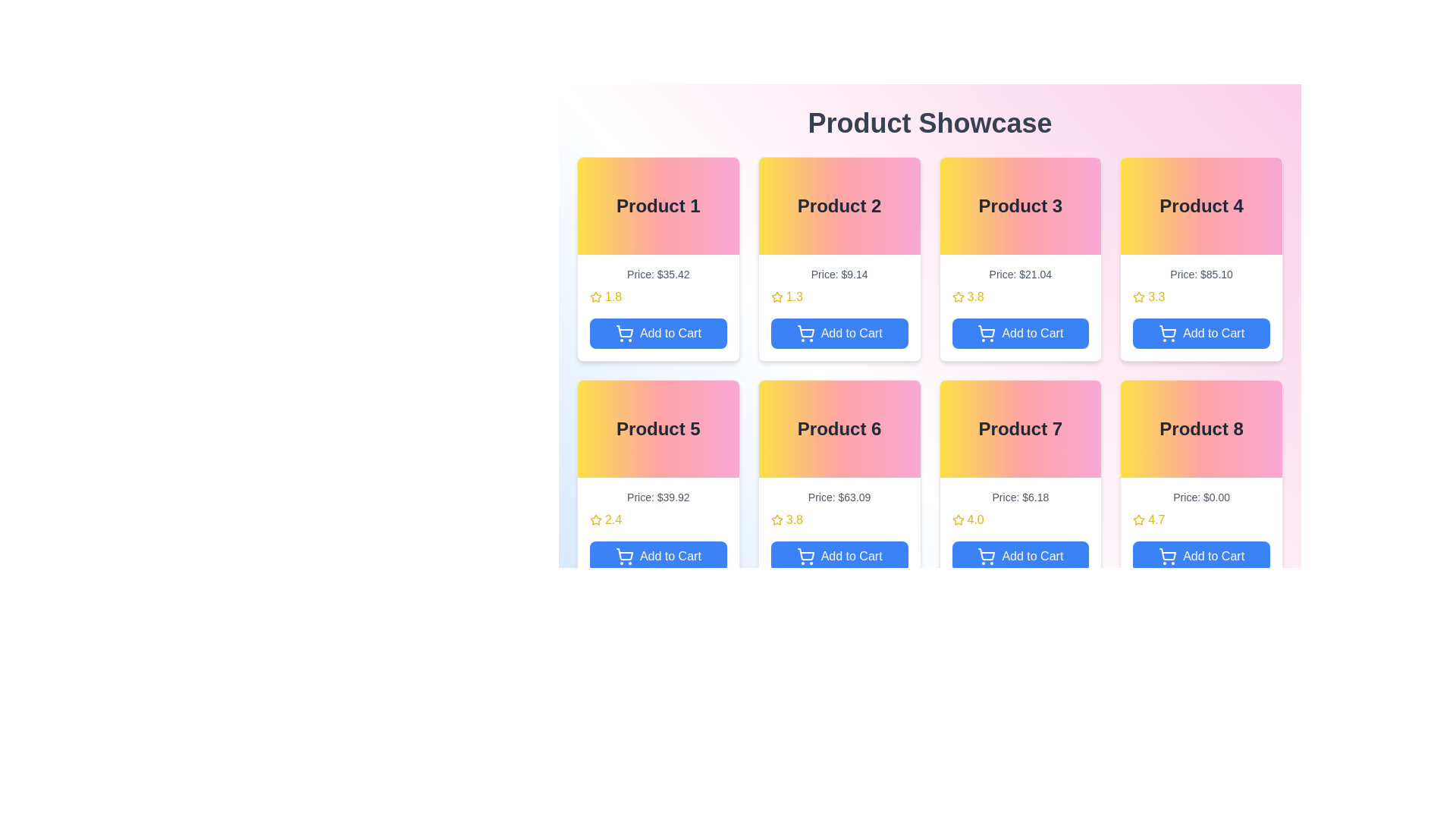 This screenshot has width=1456, height=819. I want to click on the star-shaped icon outlined in golden color, located below the 'Product 5' title and price label, in the rating section of the product card, so click(595, 519).